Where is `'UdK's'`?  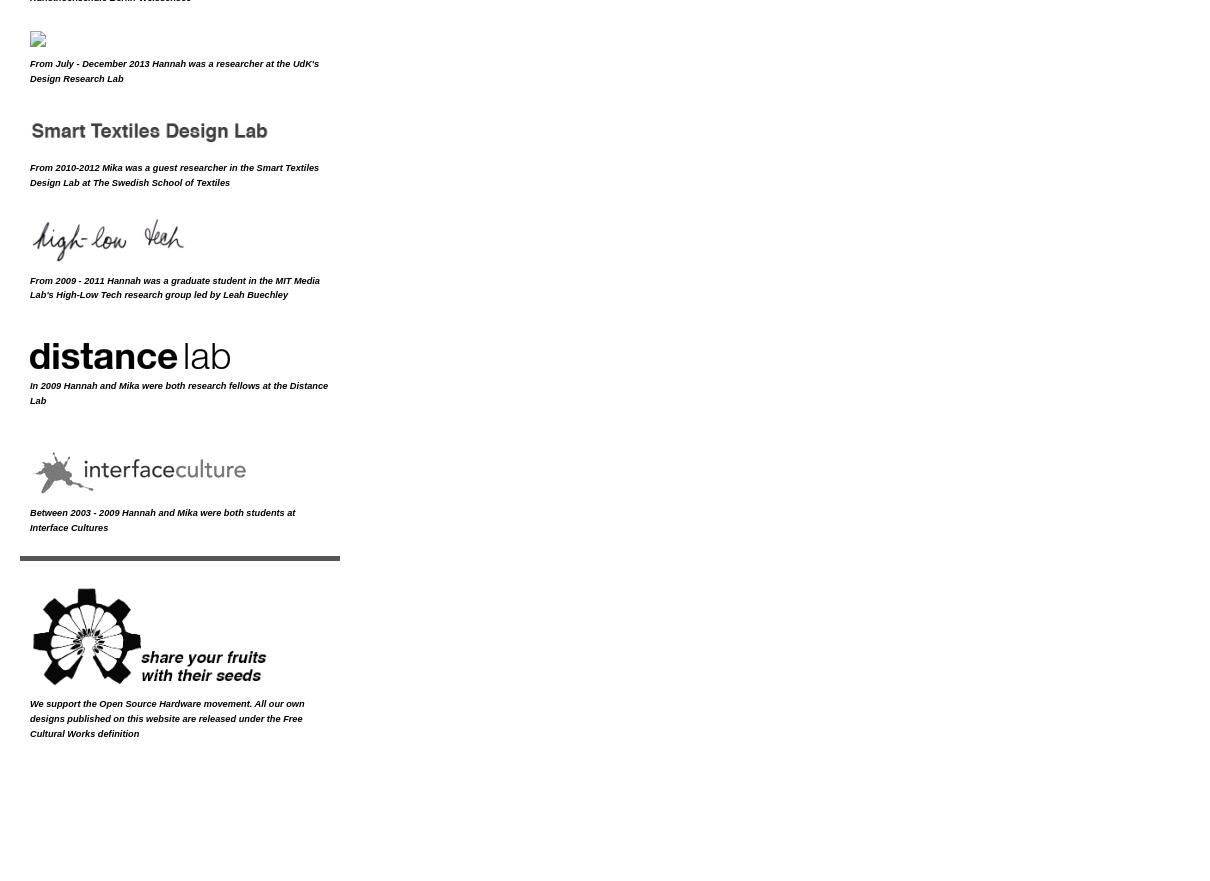 'UdK's' is located at coordinates (305, 62).